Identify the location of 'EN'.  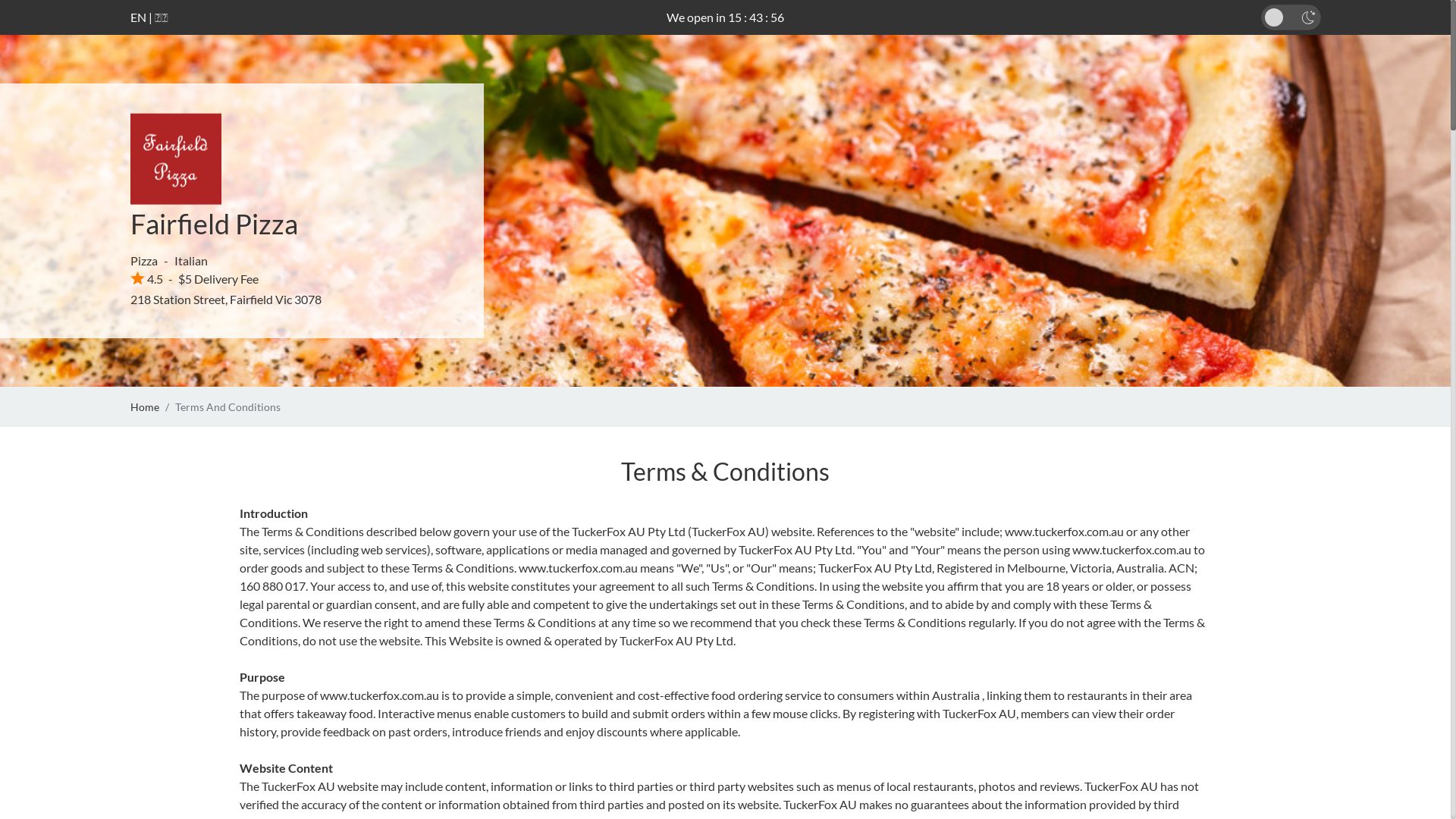
(130, 17).